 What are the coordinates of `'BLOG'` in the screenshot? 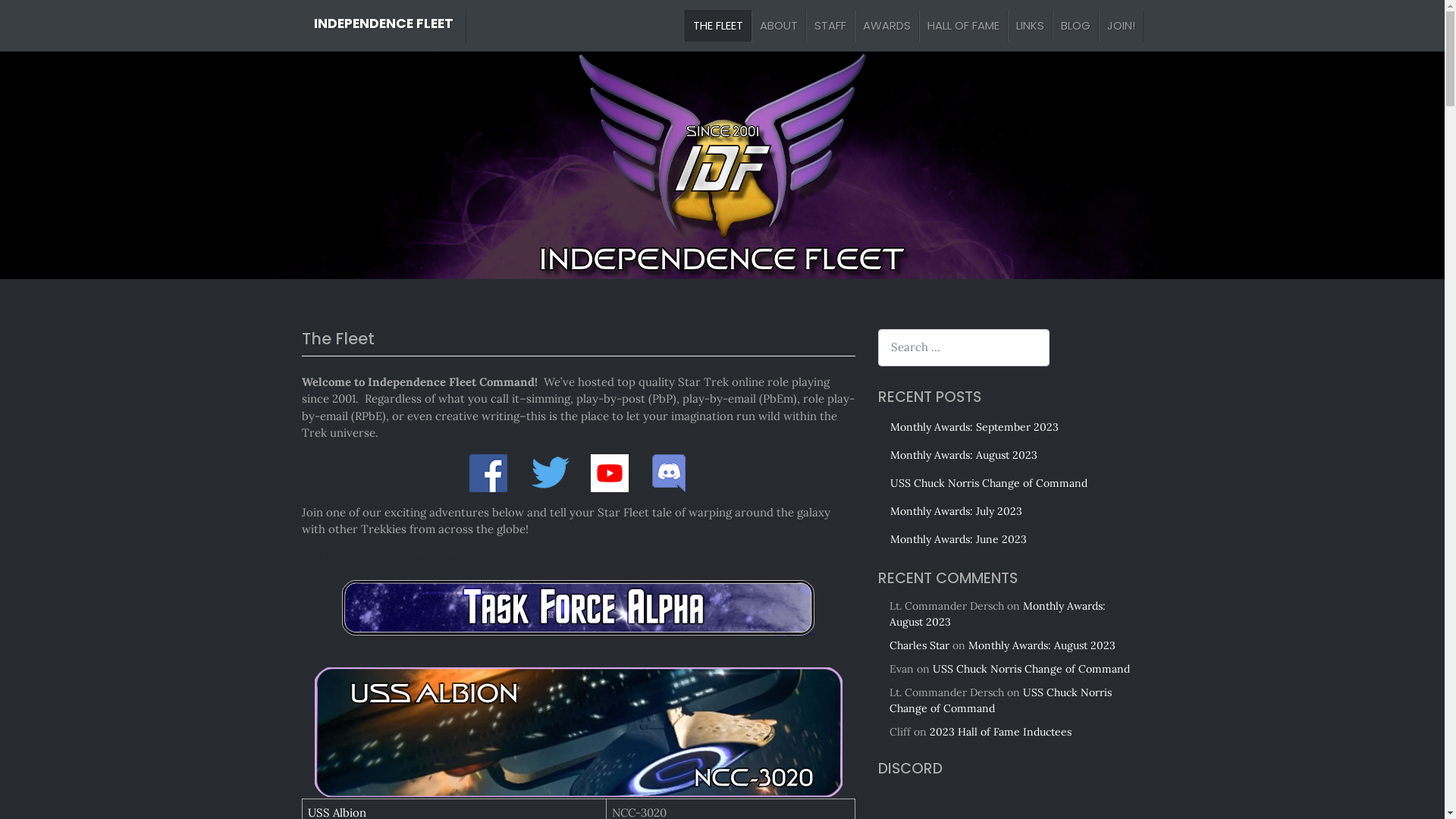 It's located at (1075, 26).